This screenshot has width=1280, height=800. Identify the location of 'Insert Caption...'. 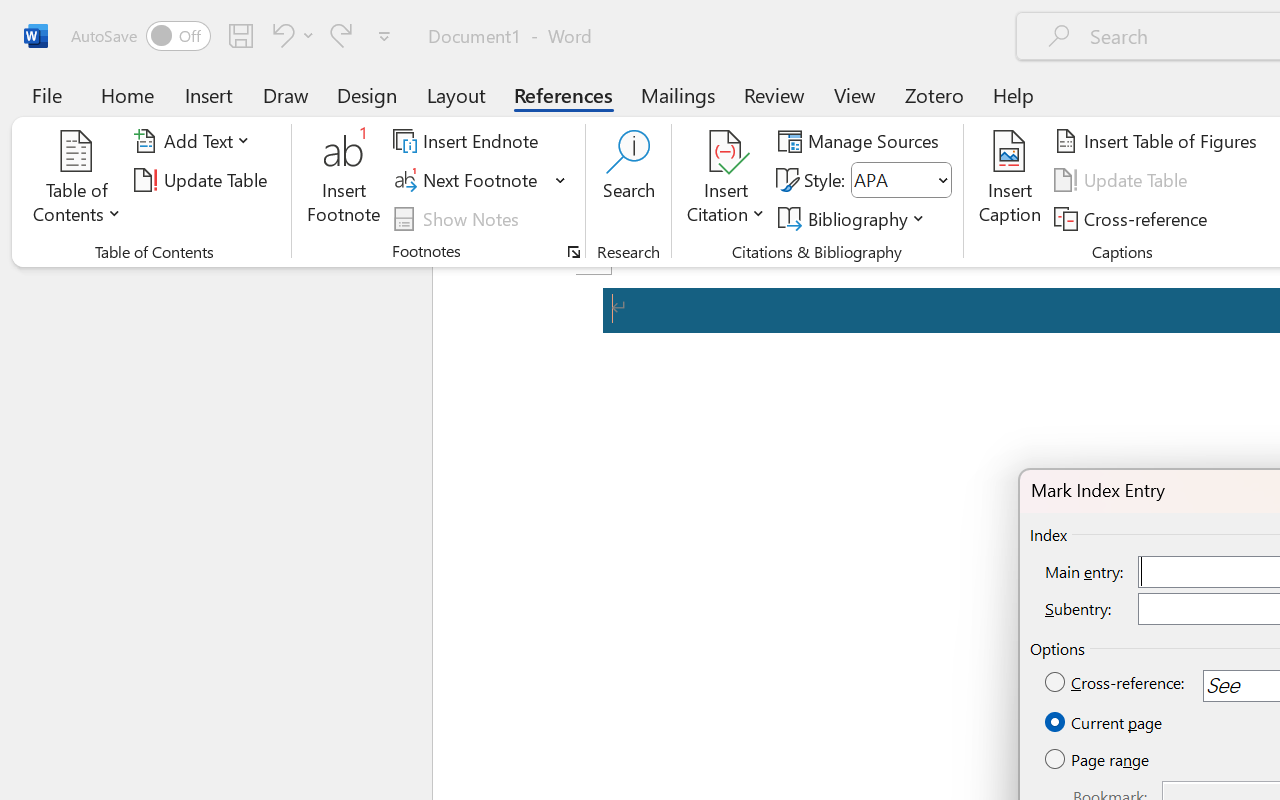
(1009, 179).